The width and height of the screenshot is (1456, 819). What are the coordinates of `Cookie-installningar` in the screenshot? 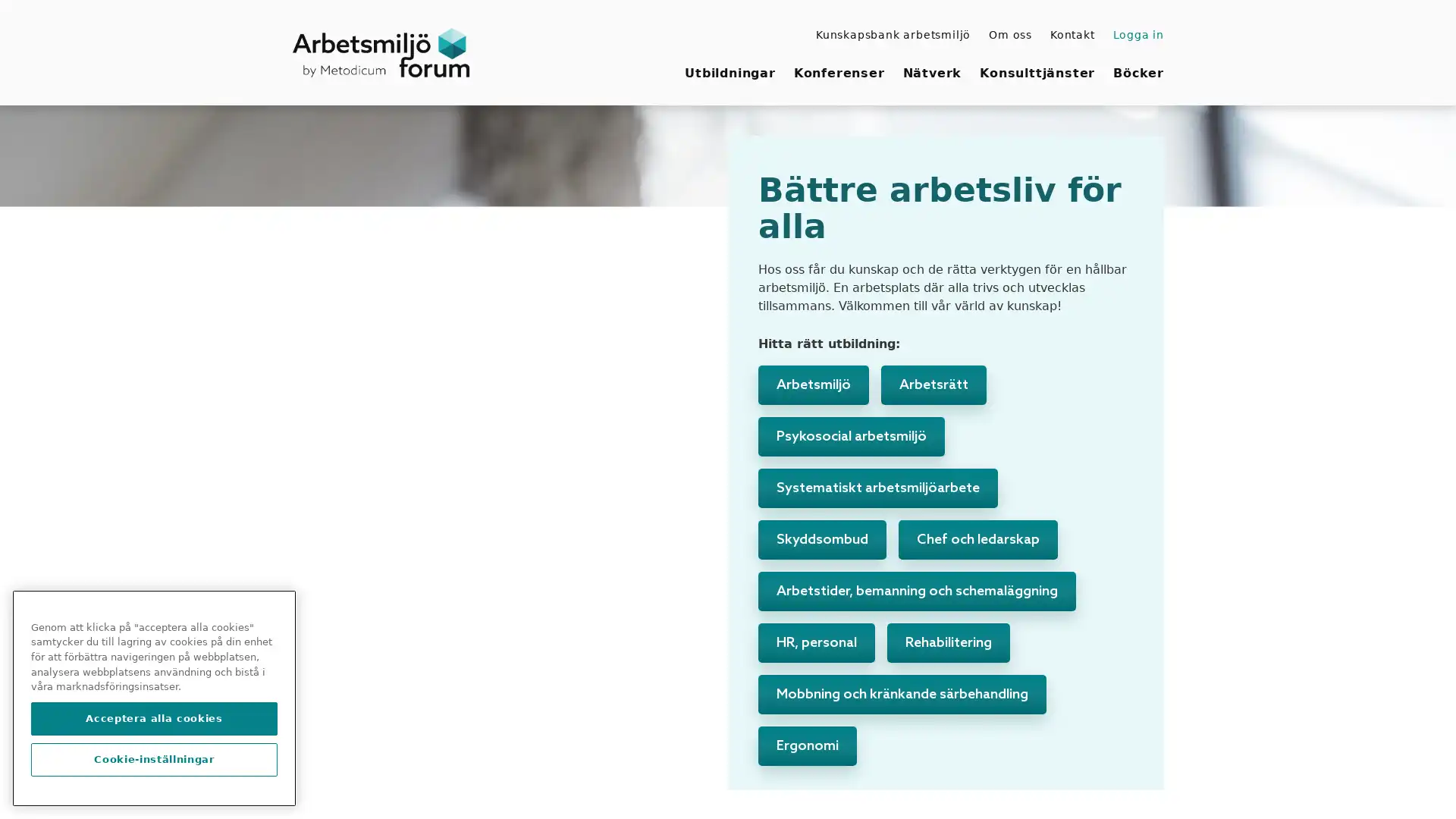 It's located at (154, 760).